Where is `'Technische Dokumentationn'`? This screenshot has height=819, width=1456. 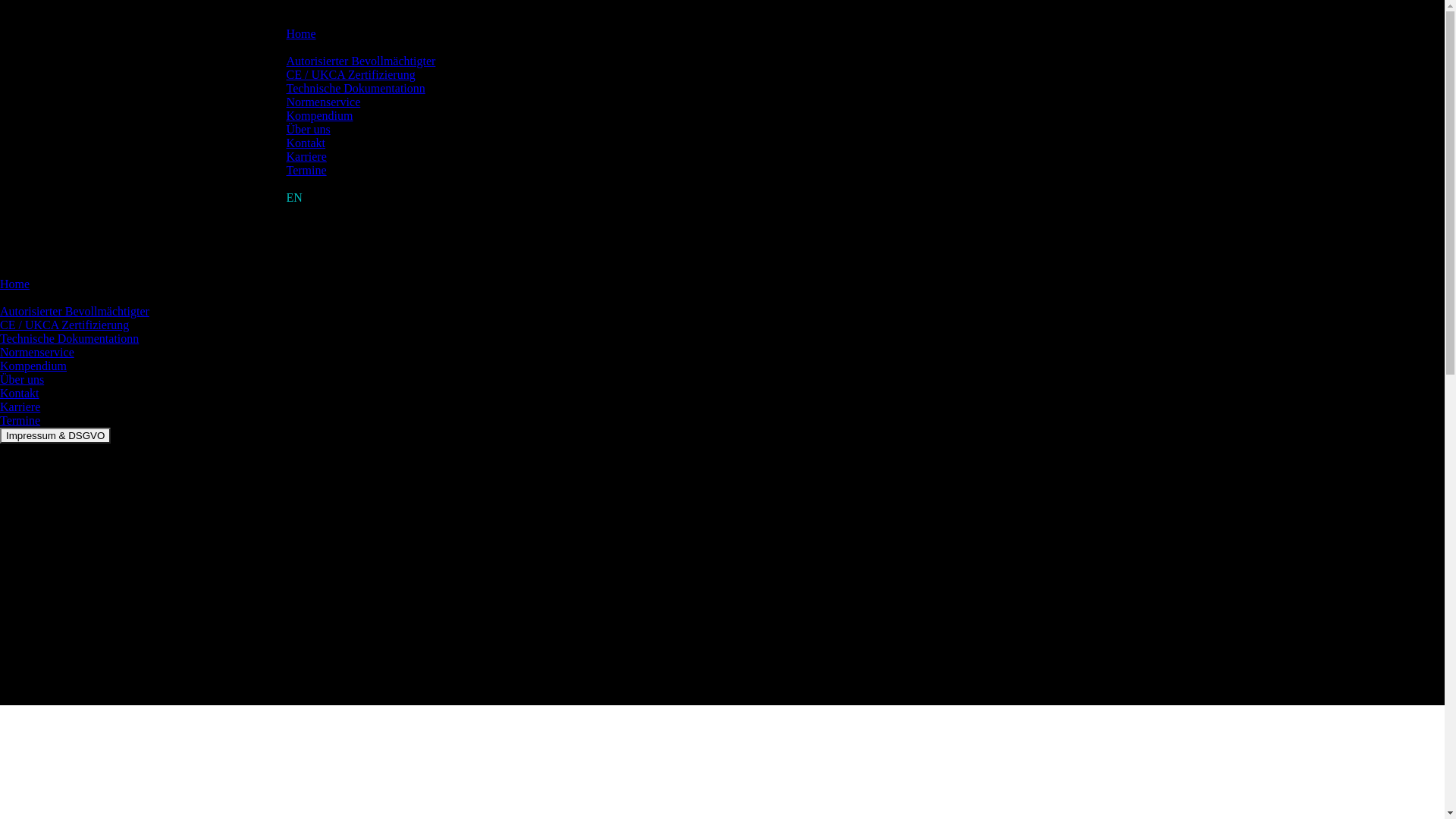
'Technische Dokumentationn' is located at coordinates (355, 88).